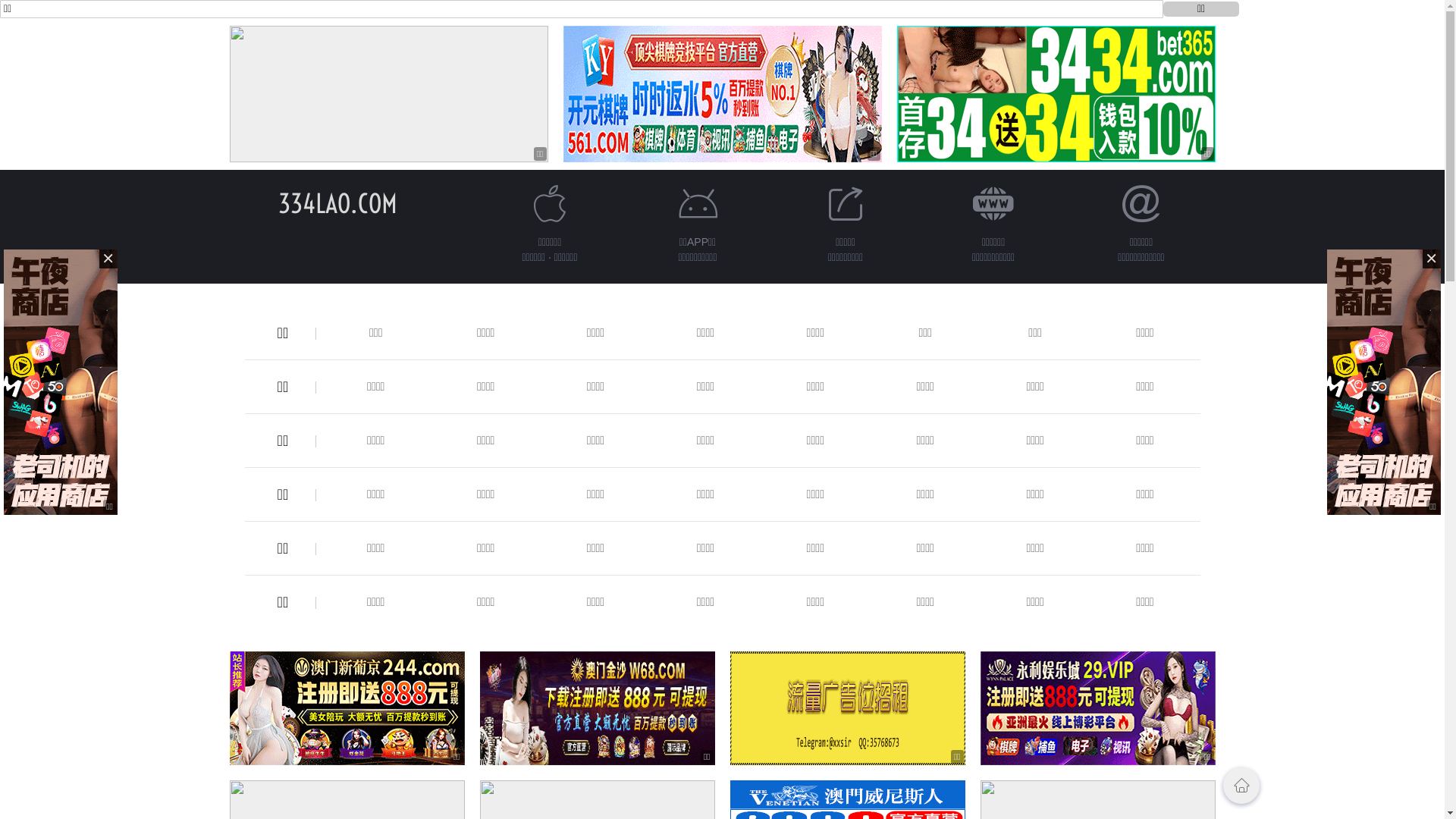 The height and width of the screenshot is (819, 1456). Describe the element at coordinates (337, 202) in the screenshot. I see `'334LAO.COM'` at that location.